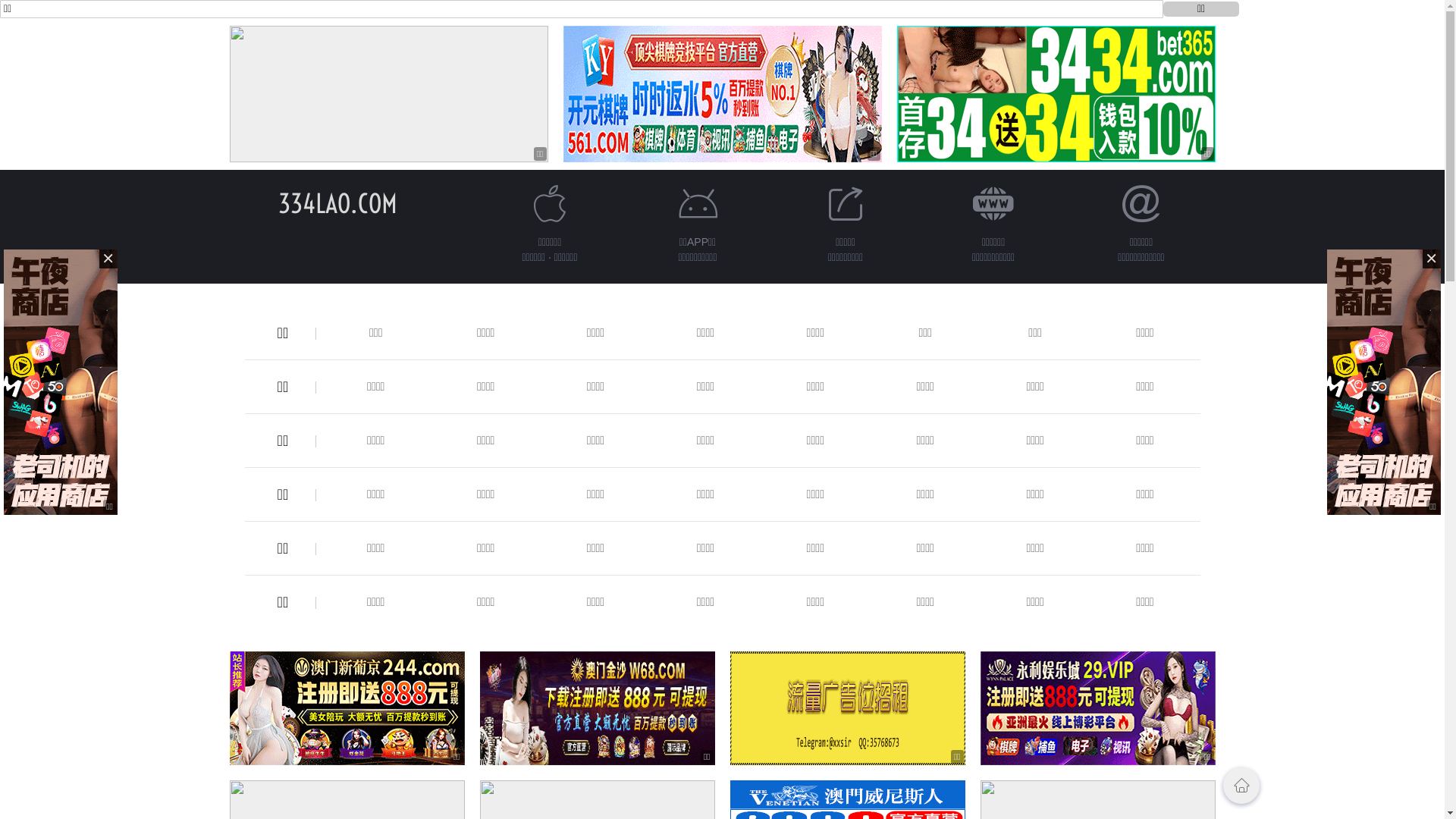 The height and width of the screenshot is (819, 1456). Describe the element at coordinates (337, 202) in the screenshot. I see `'334LAO.COM'` at that location.